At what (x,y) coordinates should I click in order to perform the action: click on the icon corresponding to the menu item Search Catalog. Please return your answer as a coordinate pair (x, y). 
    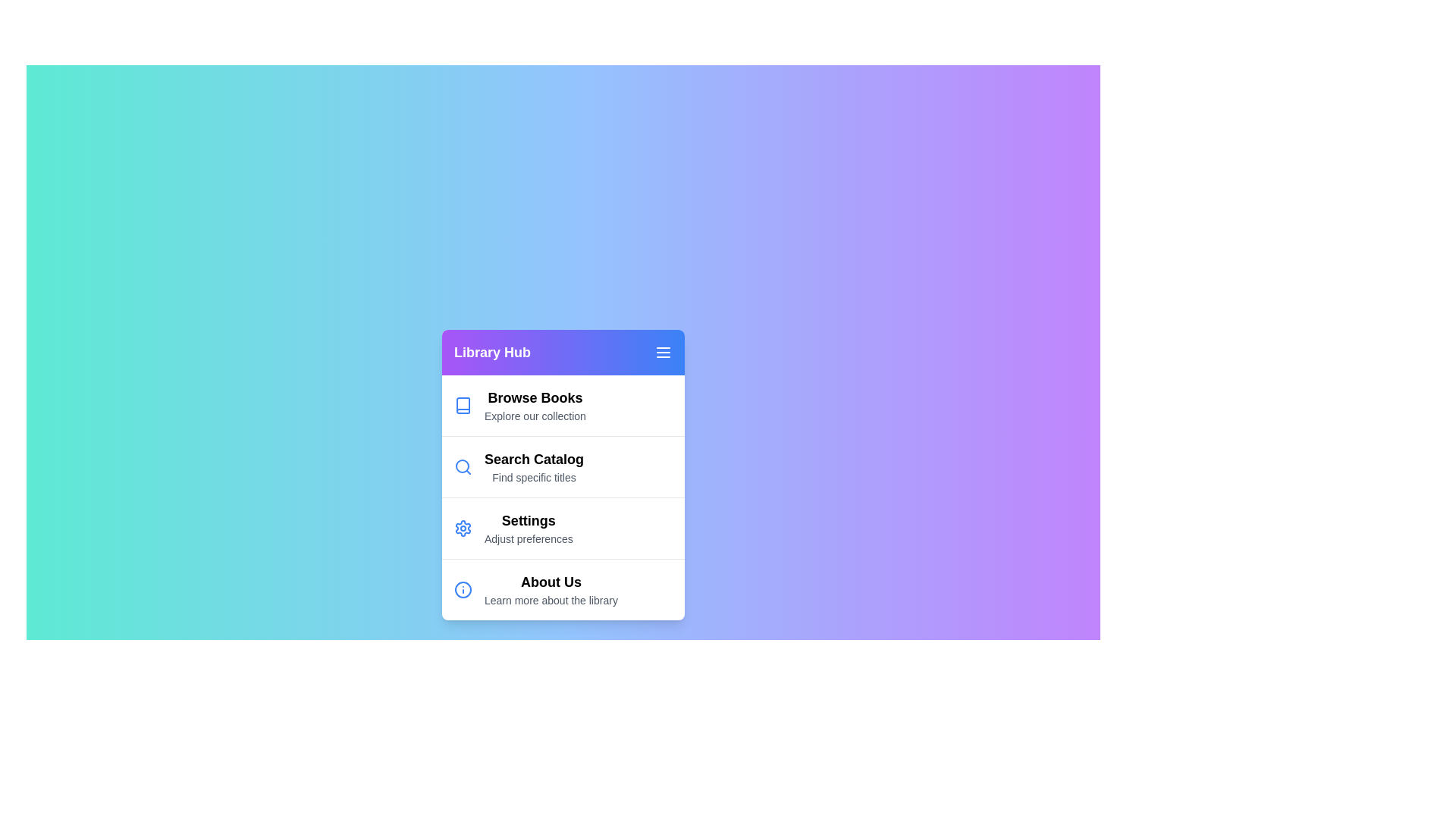
    Looking at the image, I should click on (462, 466).